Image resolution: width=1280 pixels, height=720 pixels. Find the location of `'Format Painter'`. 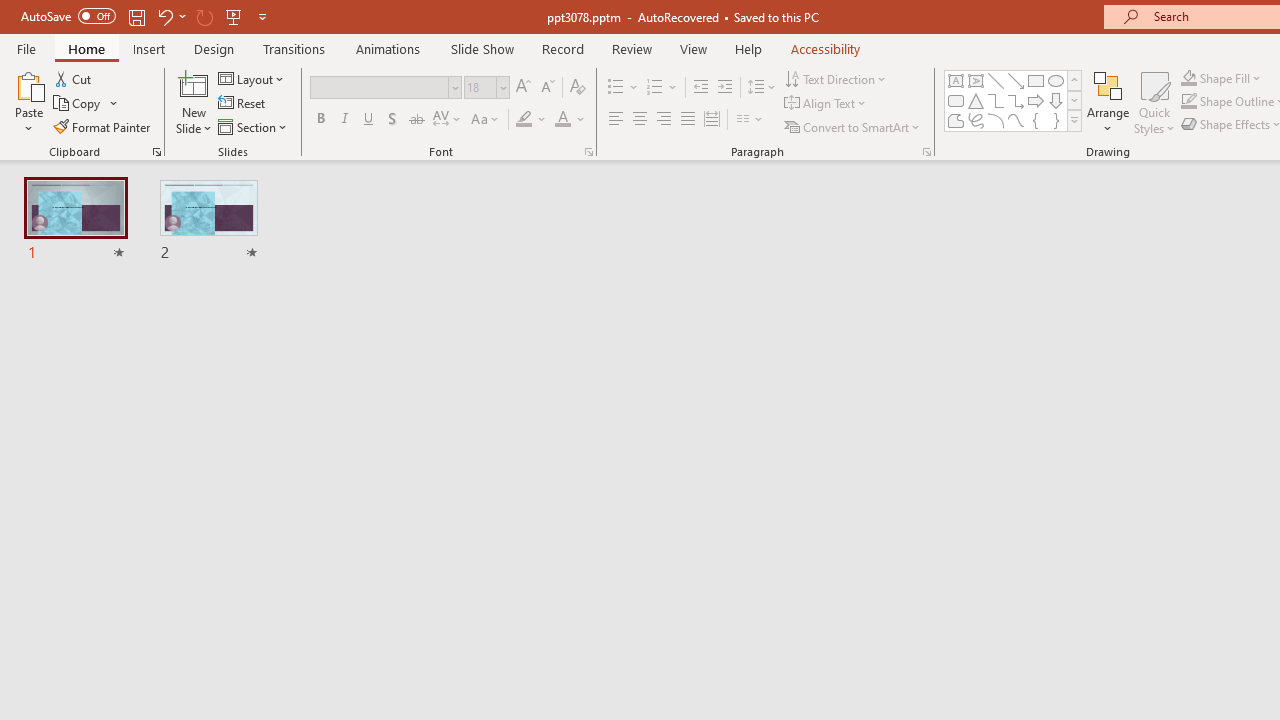

'Format Painter' is located at coordinates (102, 127).